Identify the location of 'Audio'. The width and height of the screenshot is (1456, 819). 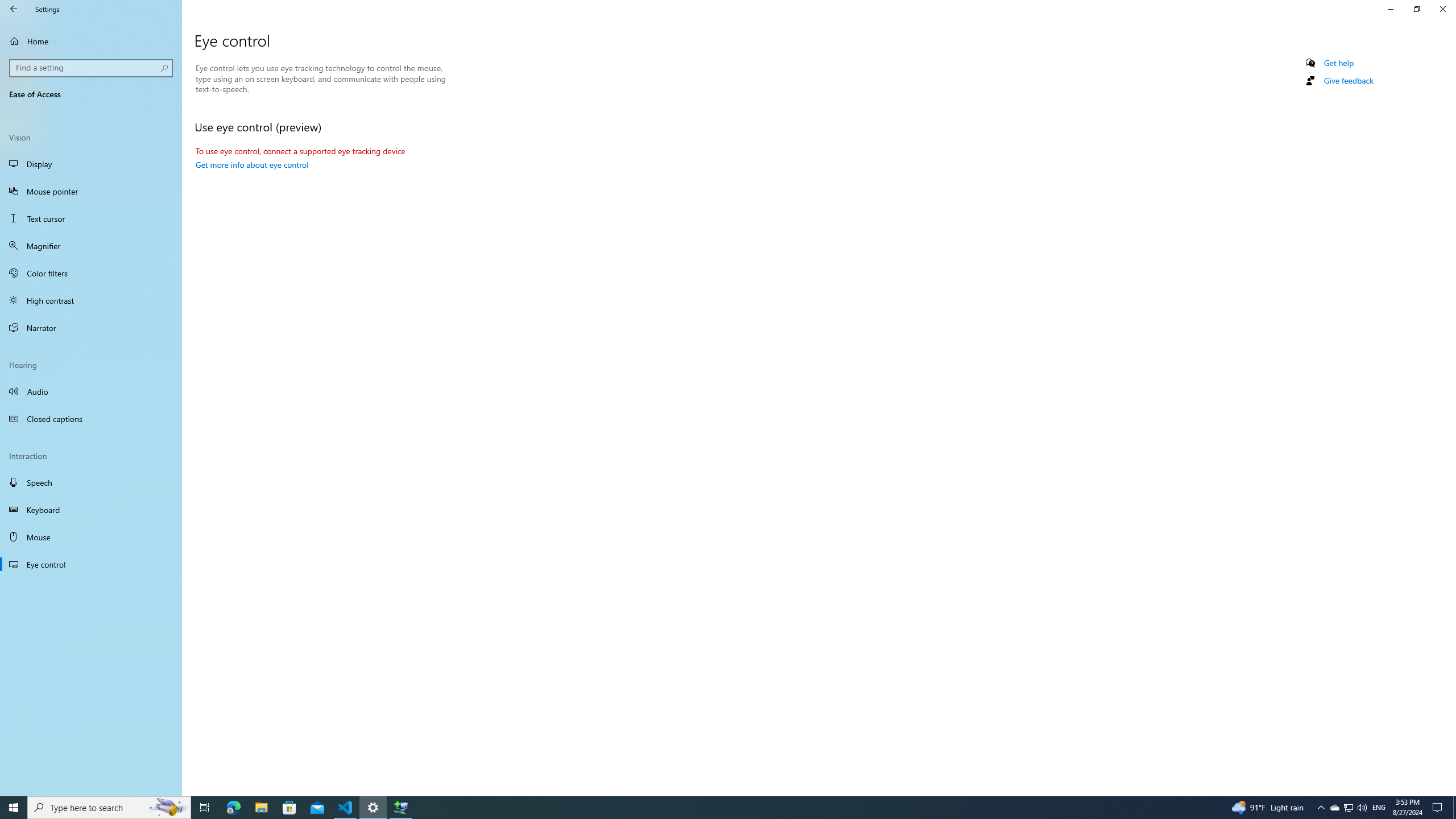
(90, 390).